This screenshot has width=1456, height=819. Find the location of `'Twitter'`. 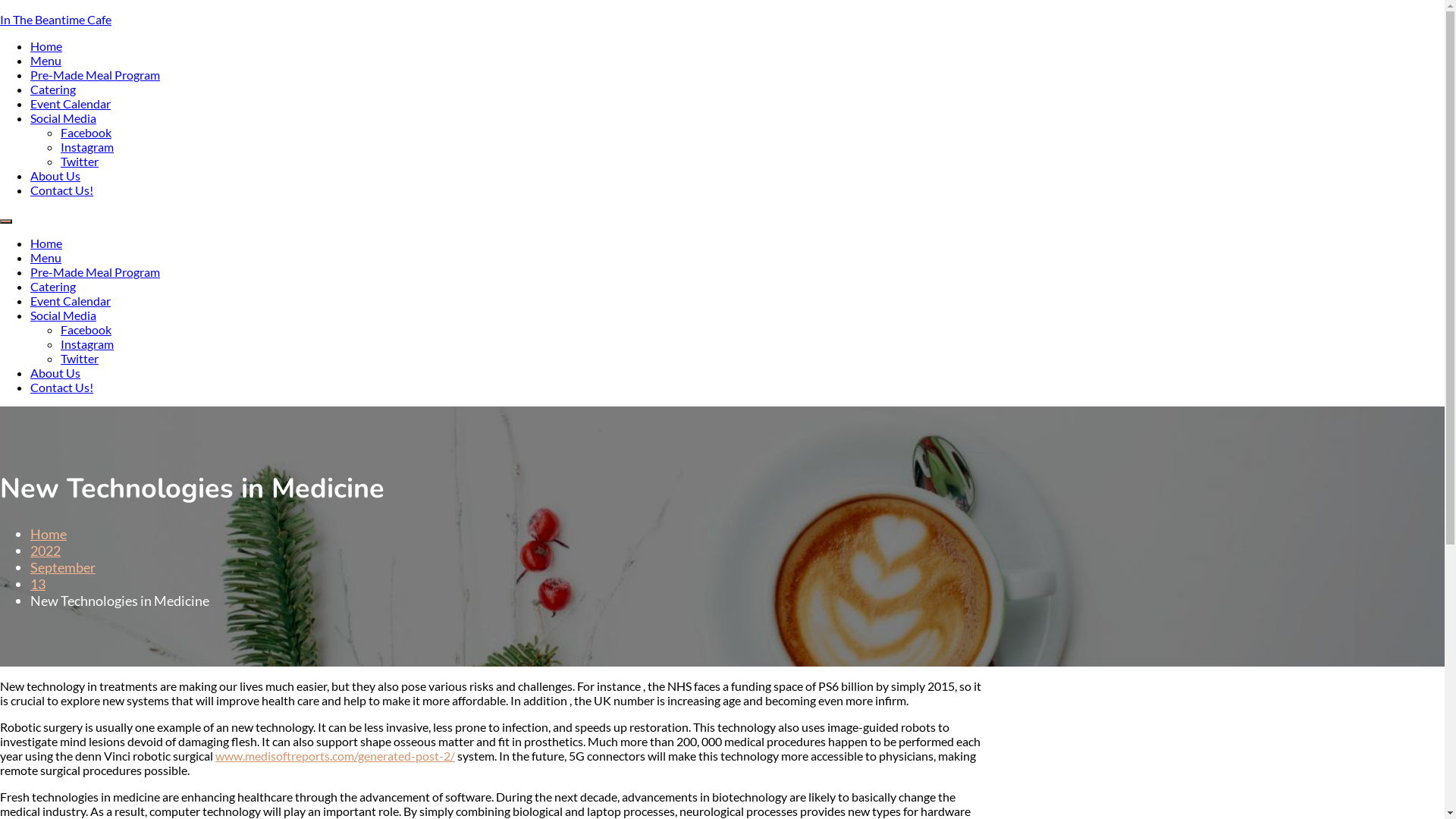

'Twitter' is located at coordinates (61, 358).